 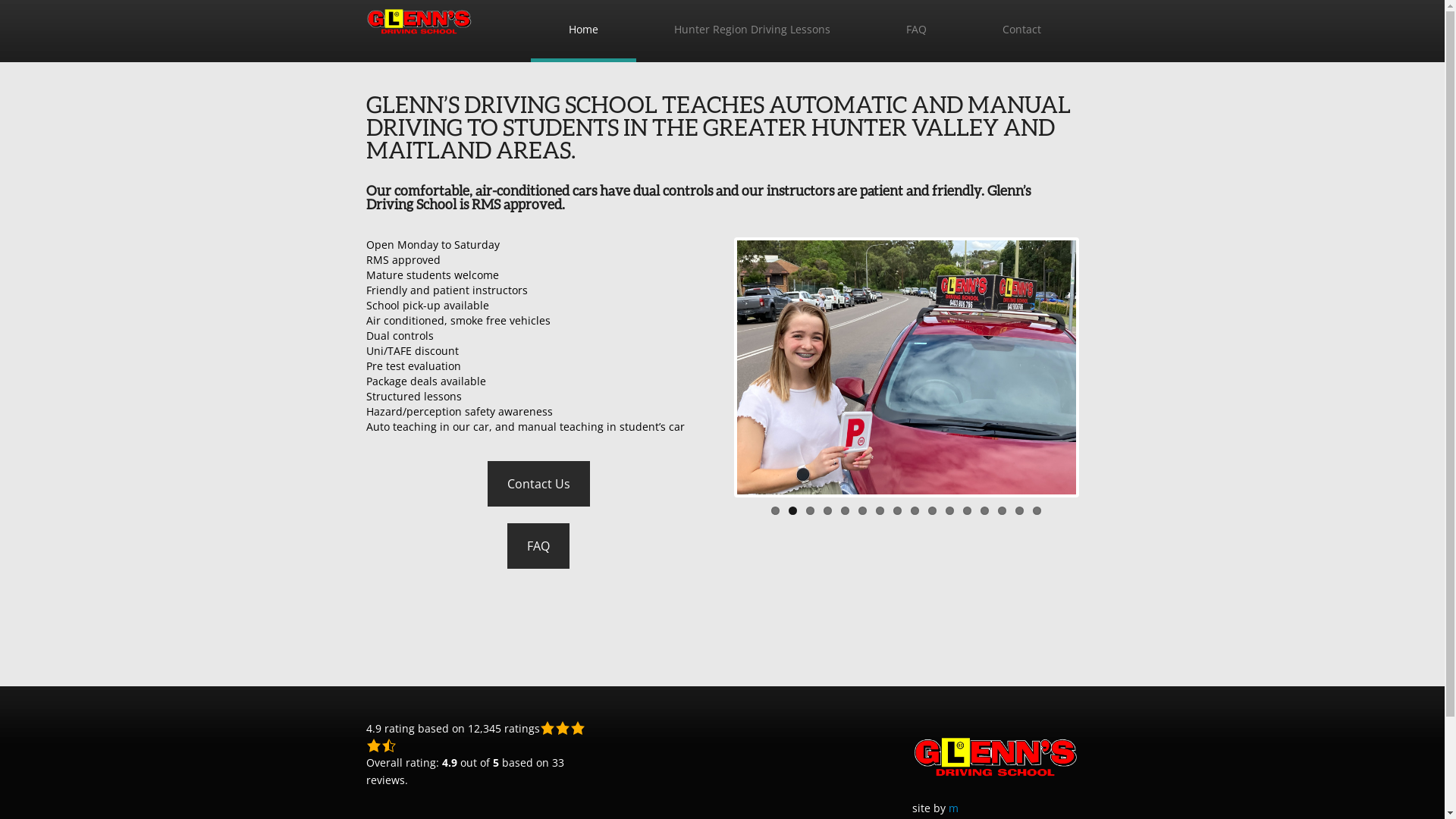 I want to click on '6', so click(x=862, y=510).